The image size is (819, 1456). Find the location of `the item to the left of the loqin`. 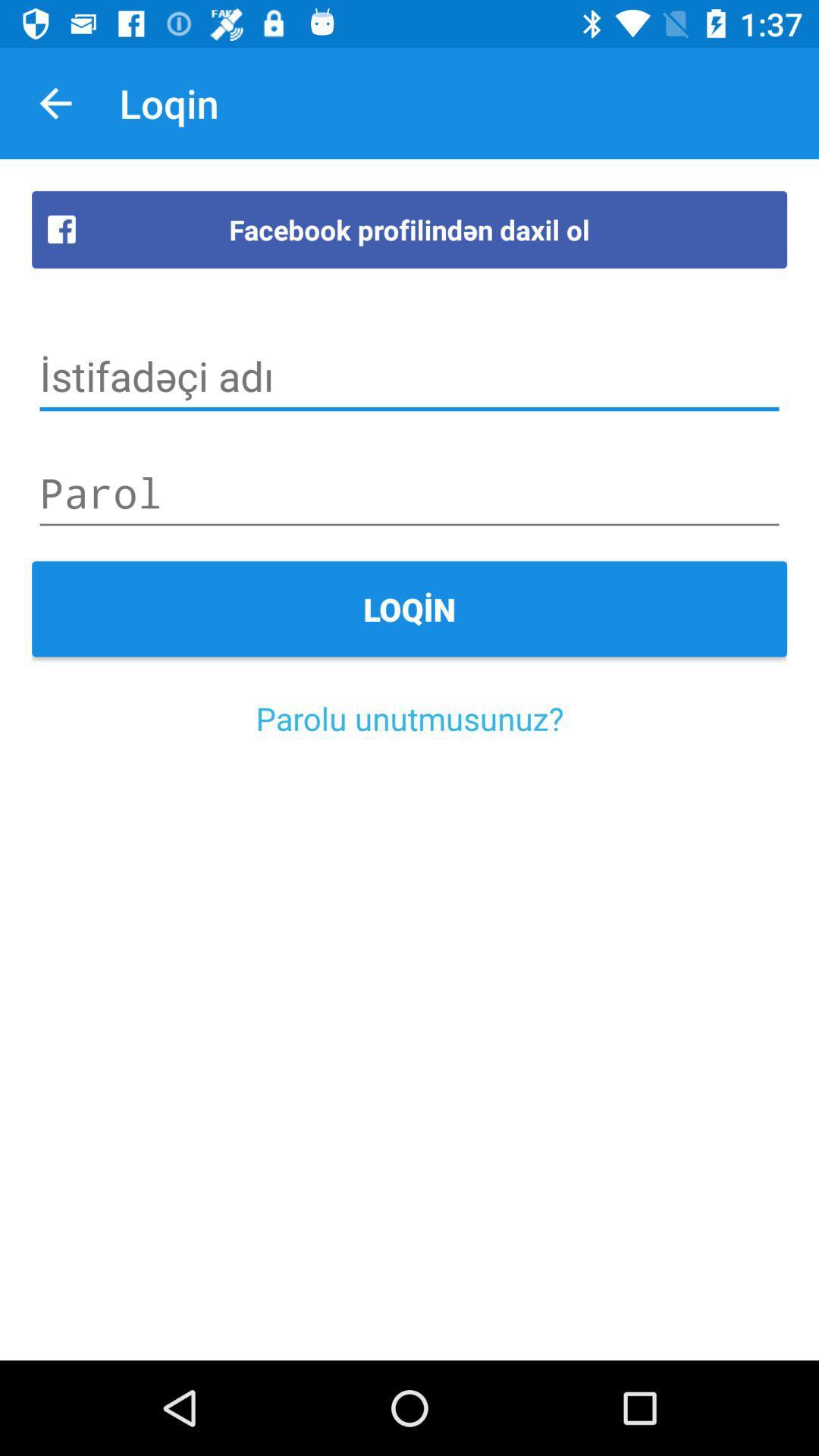

the item to the left of the loqin is located at coordinates (55, 102).